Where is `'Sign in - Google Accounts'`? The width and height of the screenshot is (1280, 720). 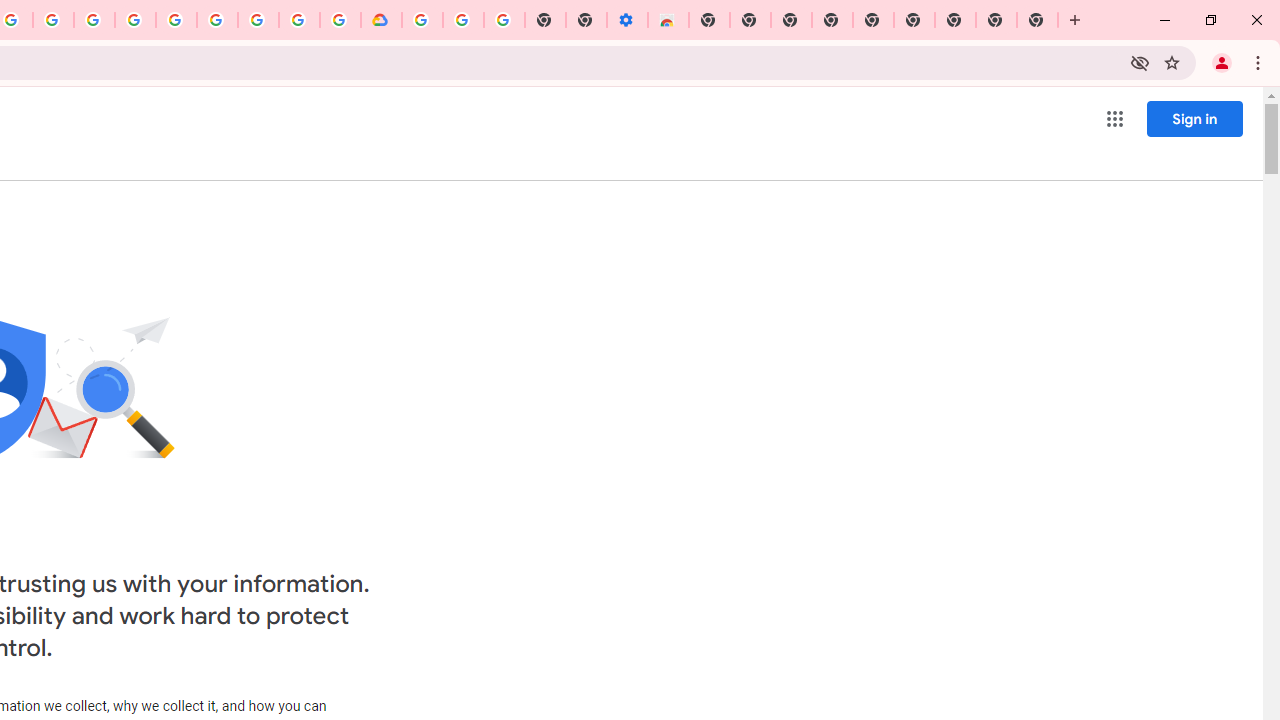
'Sign in - Google Accounts' is located at coordinates (421, 20).